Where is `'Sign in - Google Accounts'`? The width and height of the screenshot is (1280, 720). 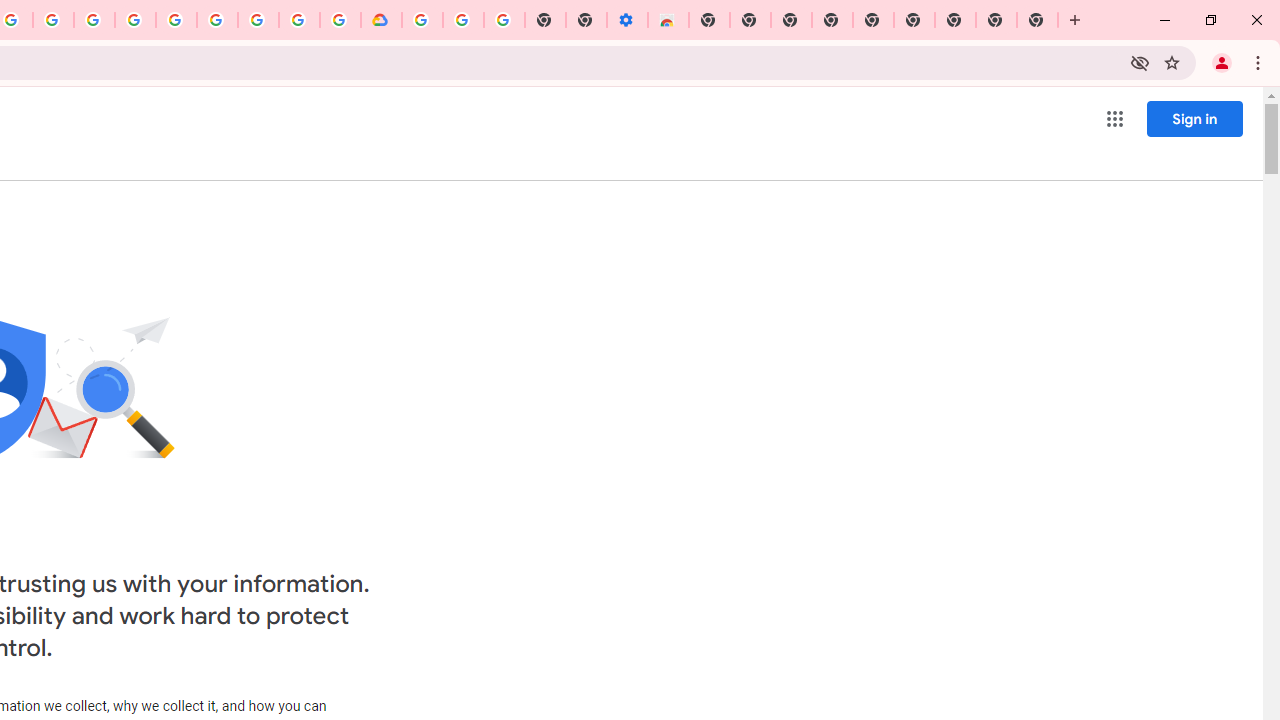
'Sign in - Google Accounts' is located at coordinates (421, 20).